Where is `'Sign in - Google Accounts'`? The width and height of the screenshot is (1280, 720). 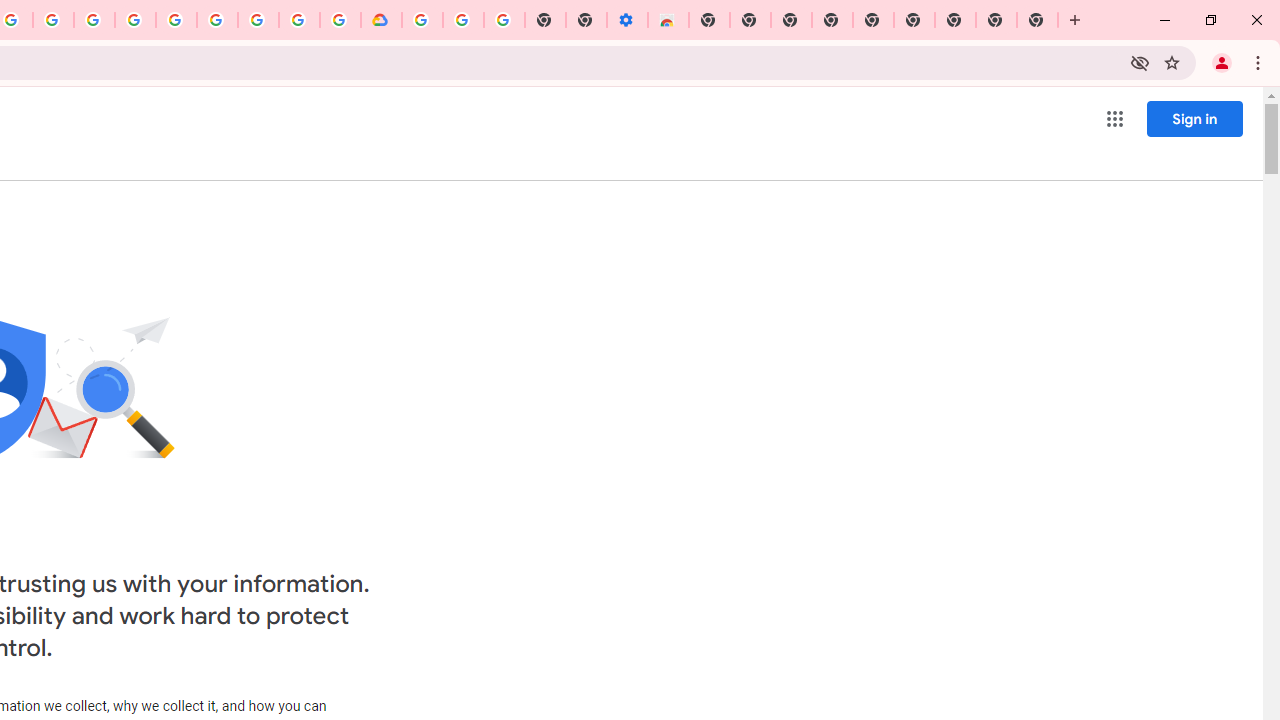
'Sign in - Google Accounts' is located at coordinates (421, 20).